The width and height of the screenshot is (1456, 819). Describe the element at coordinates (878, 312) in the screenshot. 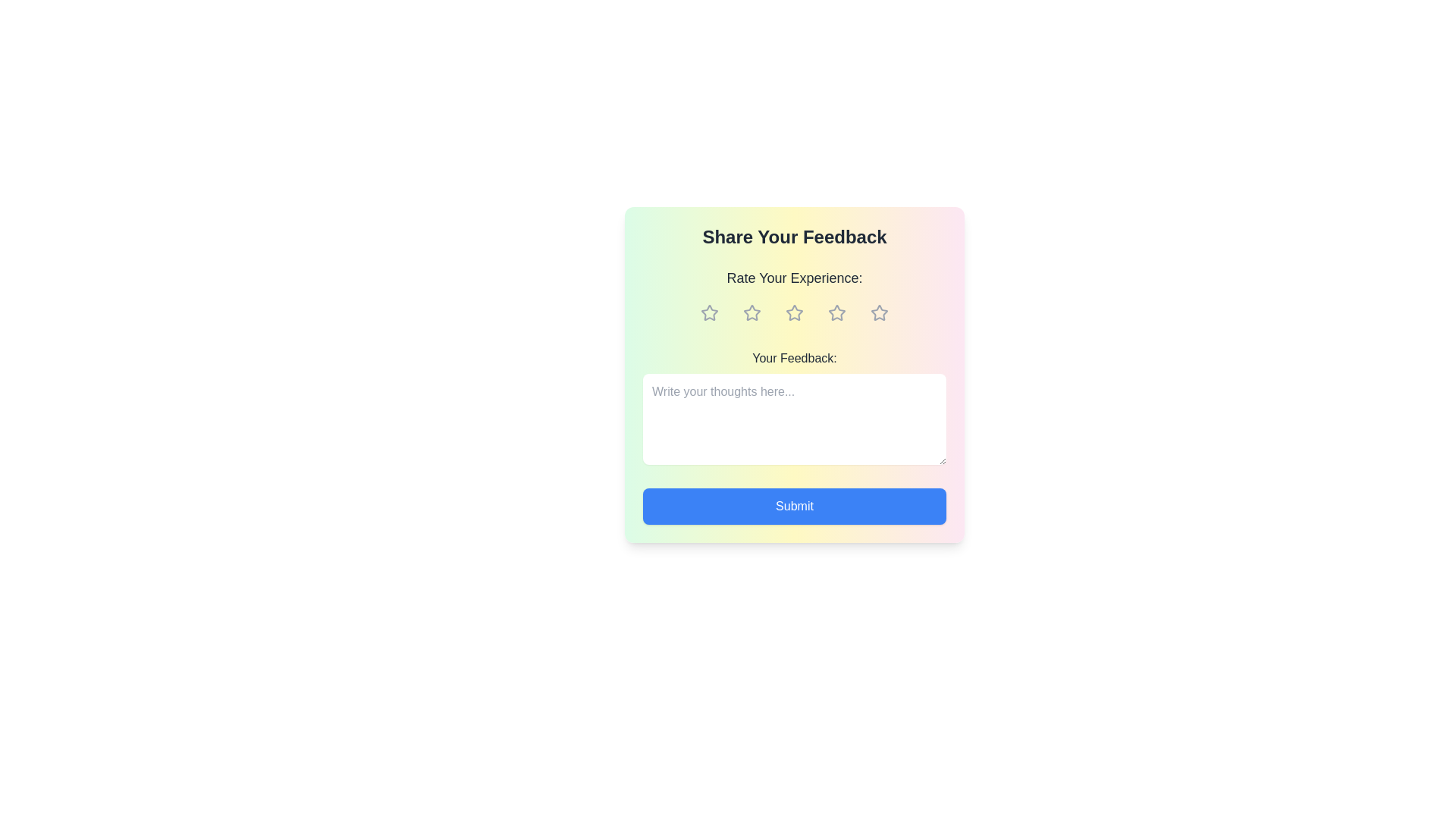

I see `the fifth star-shaped icon in the rating system` at that location.